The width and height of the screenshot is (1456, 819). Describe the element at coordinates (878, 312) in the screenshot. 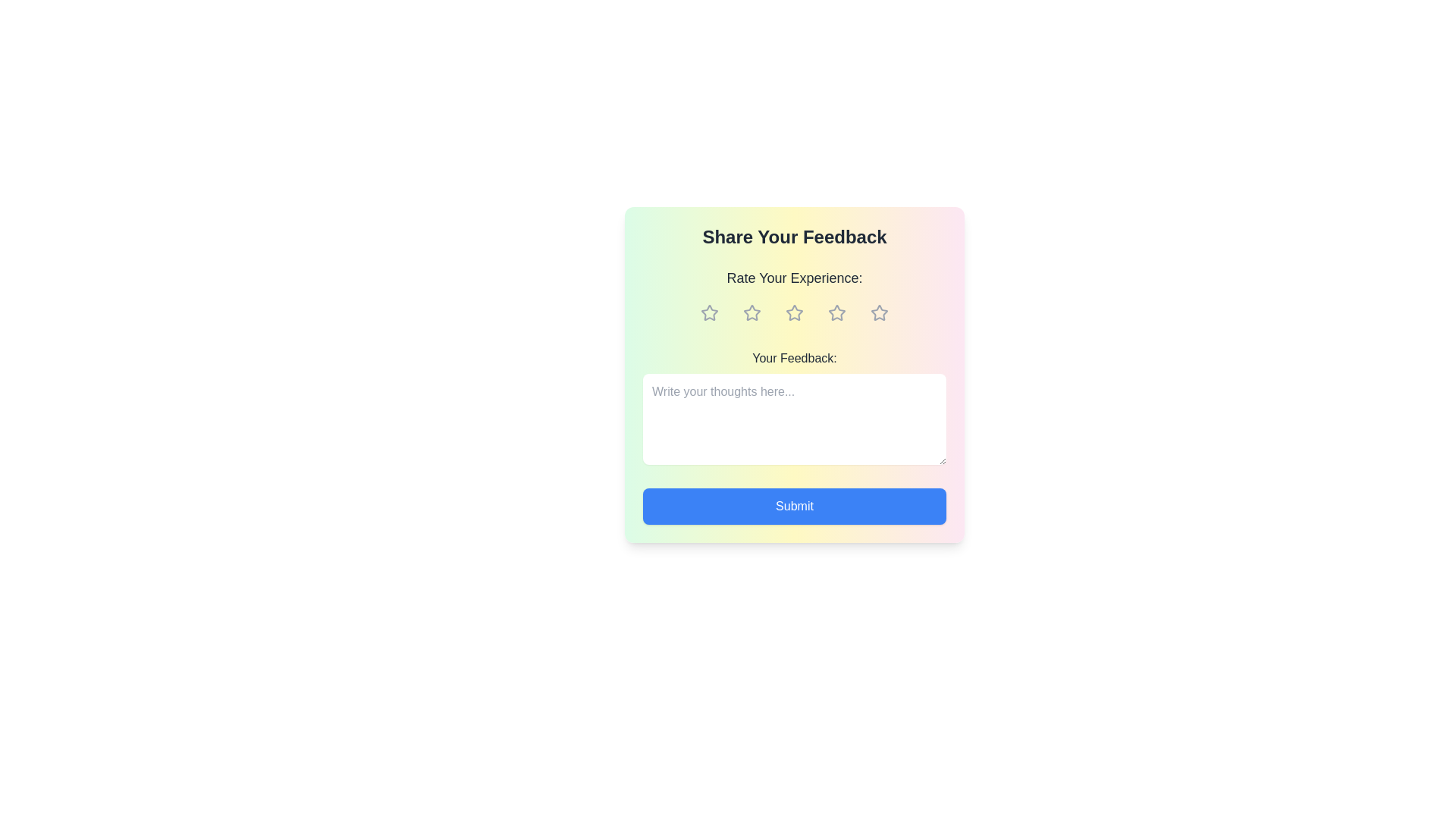

I see `the fifth star-shaped icon in the rating system` at that location.